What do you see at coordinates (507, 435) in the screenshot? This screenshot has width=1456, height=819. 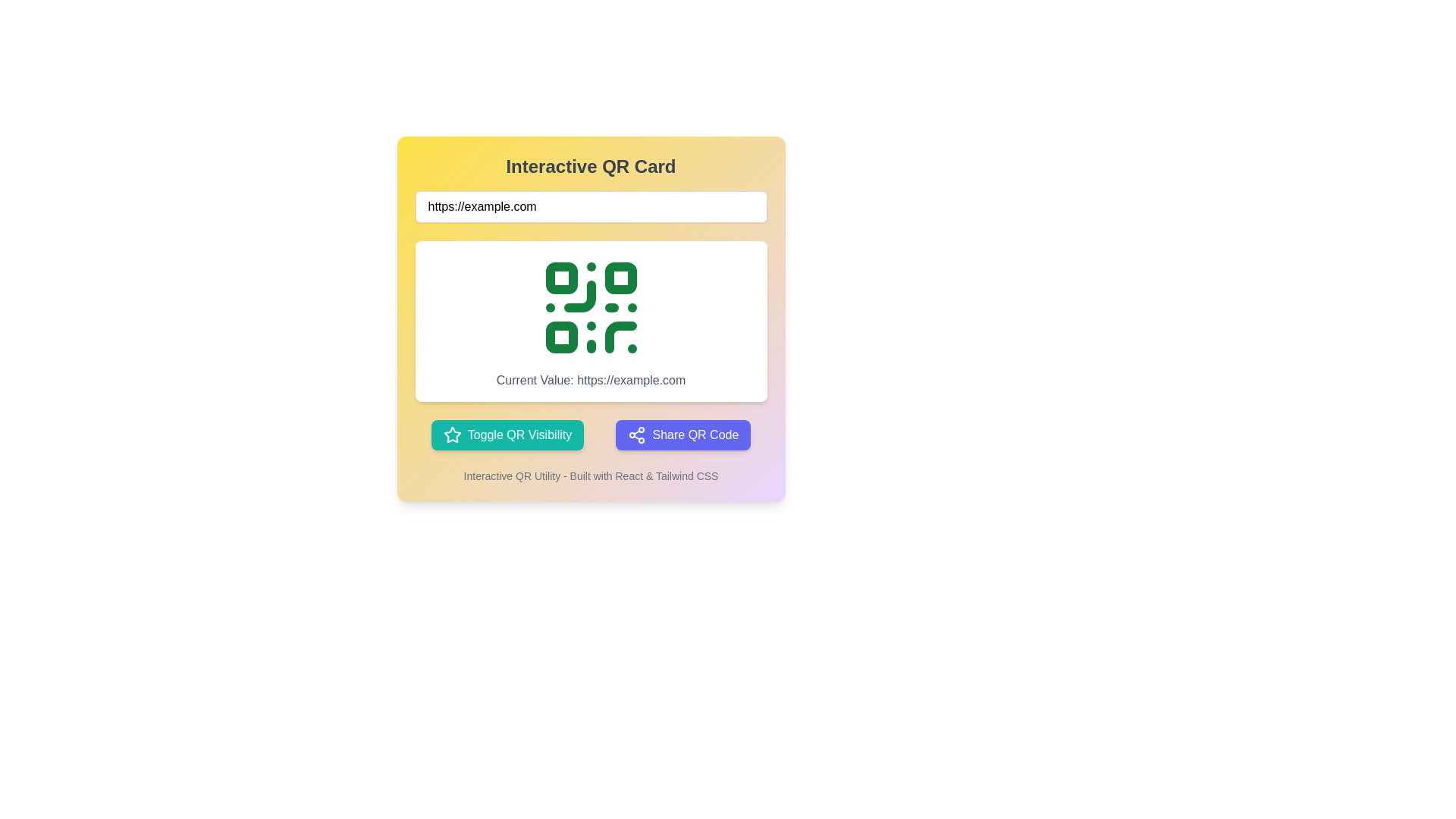 I see `the first button on the left with a teal background and white text, which is styled with rounded corners and a star icon` at bounding box center [507, 435].